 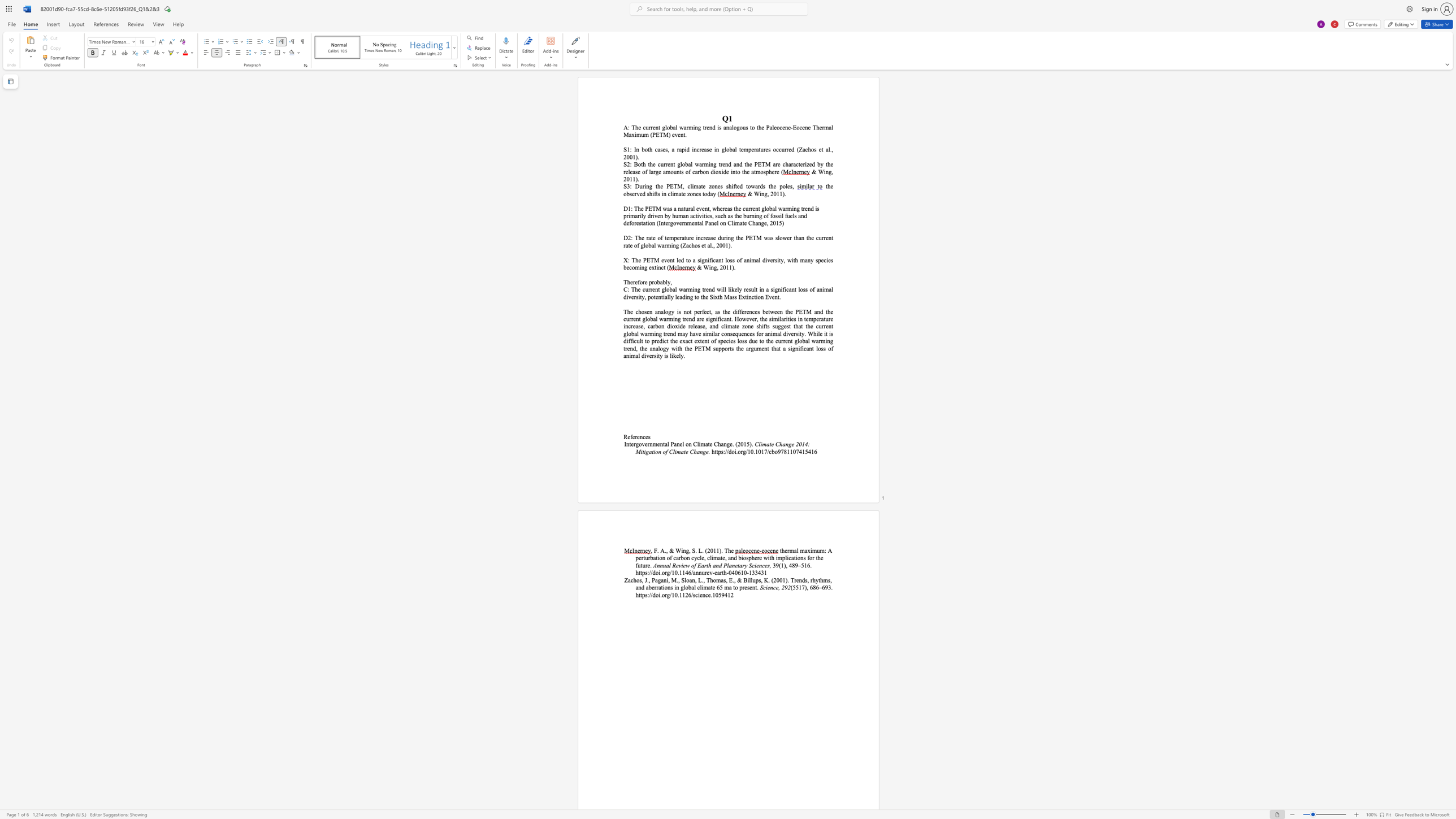 What do you see at coordinates (663, 149) in the screenshot?
I see `the 1th character "e" in the text` at bounding box center [663, 149].